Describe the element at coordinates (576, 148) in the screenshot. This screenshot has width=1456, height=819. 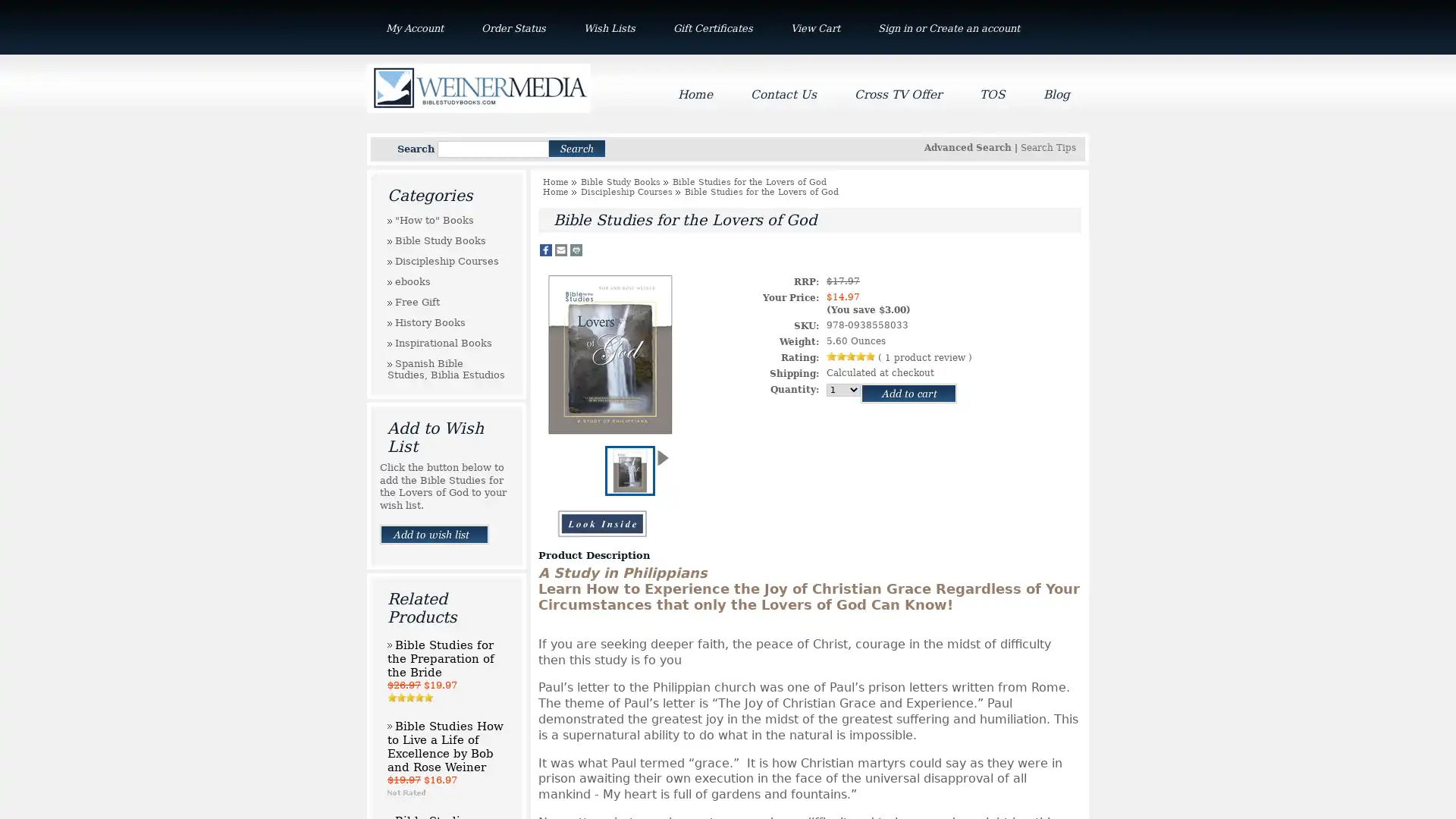
I see `Submit` at that location.